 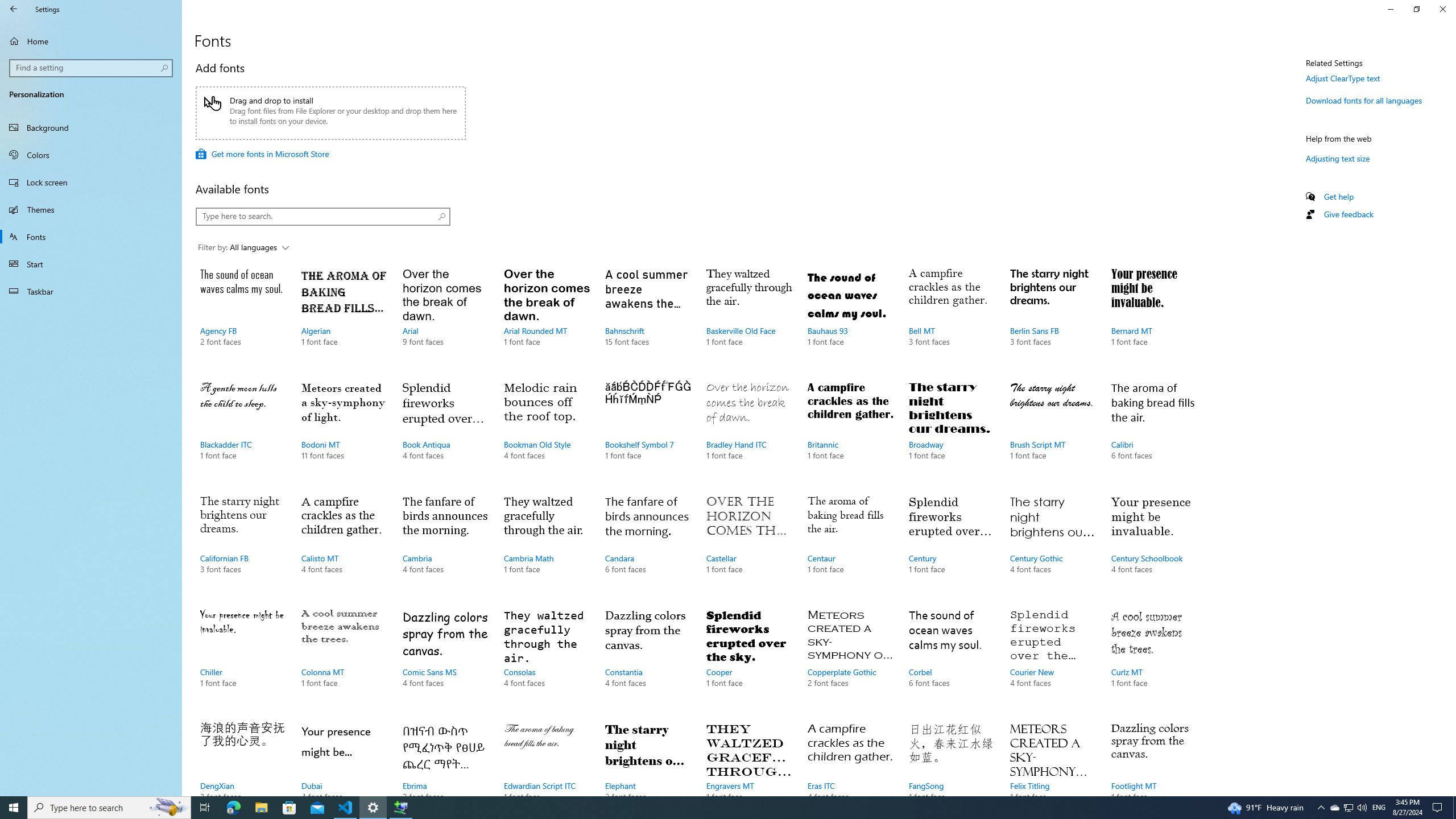 I want to click on 'Cambria, 4 font faces', so click(x=445, y=545).